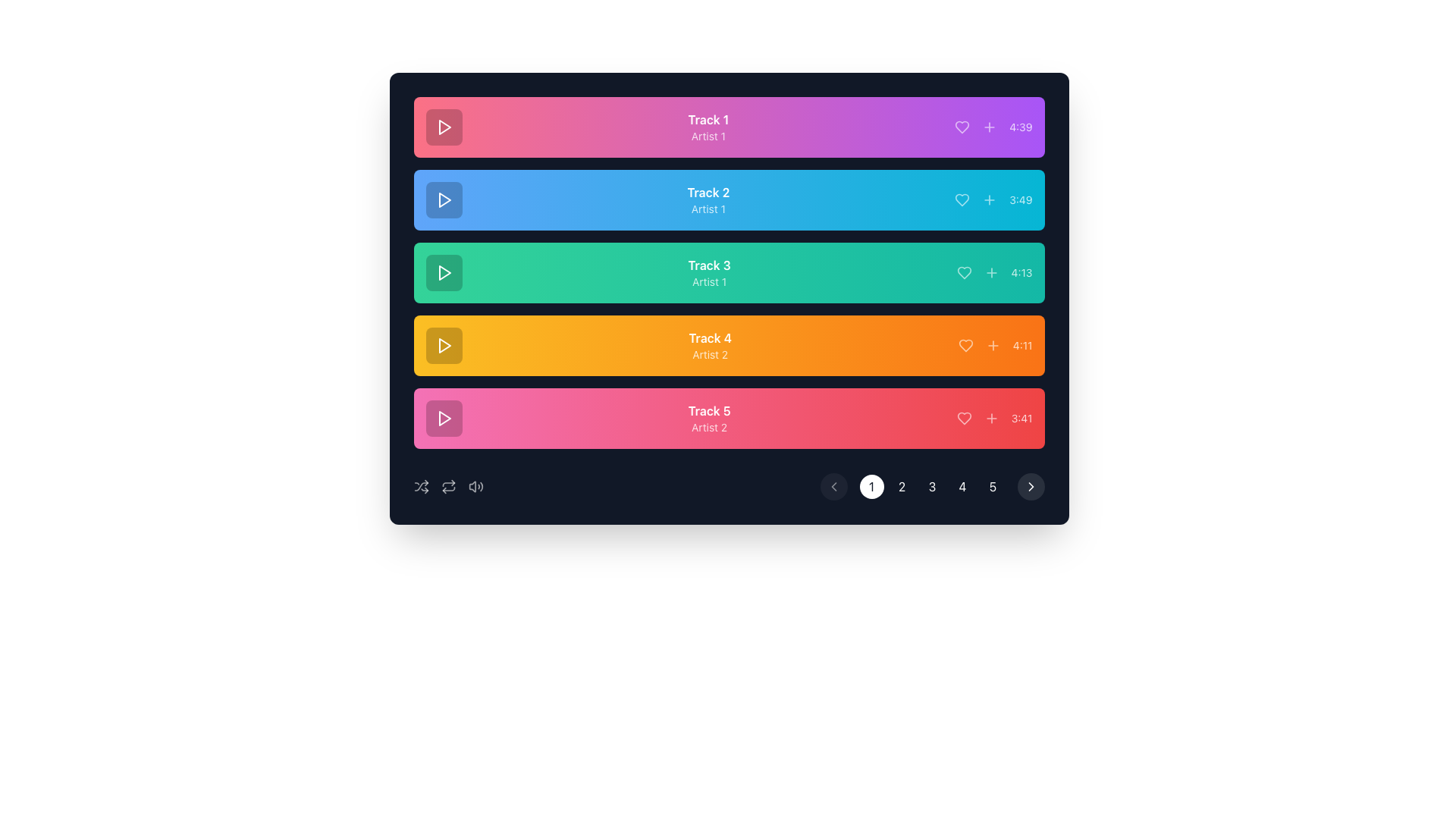  I want to click on the heart-shaped icon on the vibrant purple background, located to the right of 'Track 1' and left of the '+' button, so click(962, 127).